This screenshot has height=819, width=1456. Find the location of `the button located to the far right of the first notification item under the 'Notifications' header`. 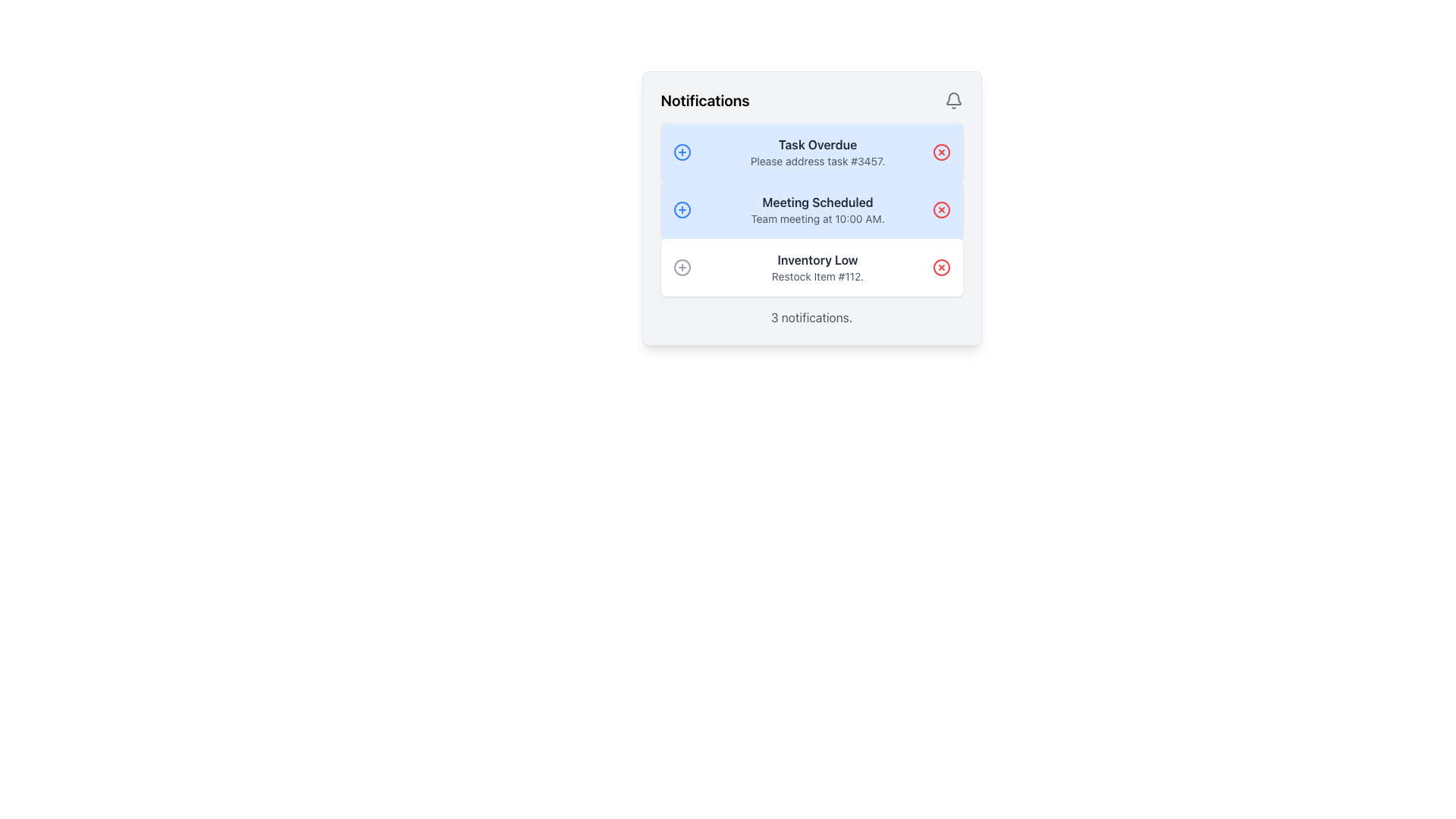

the button located to the far right of the first notification item under the 'Notifications' header is located at coordinates (940, 152).